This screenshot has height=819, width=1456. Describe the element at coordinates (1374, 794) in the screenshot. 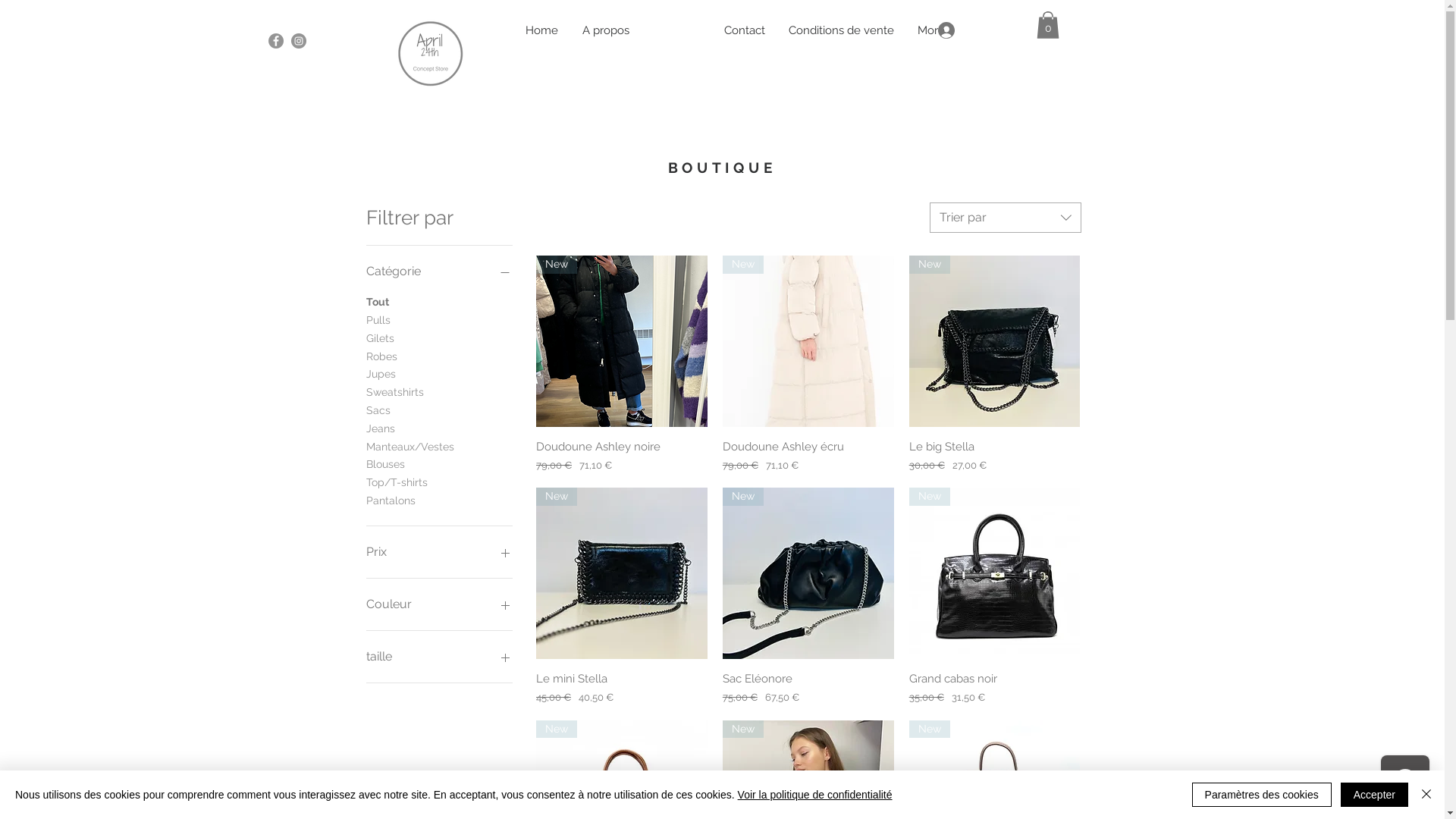

I see `'Accepter'` at that location.